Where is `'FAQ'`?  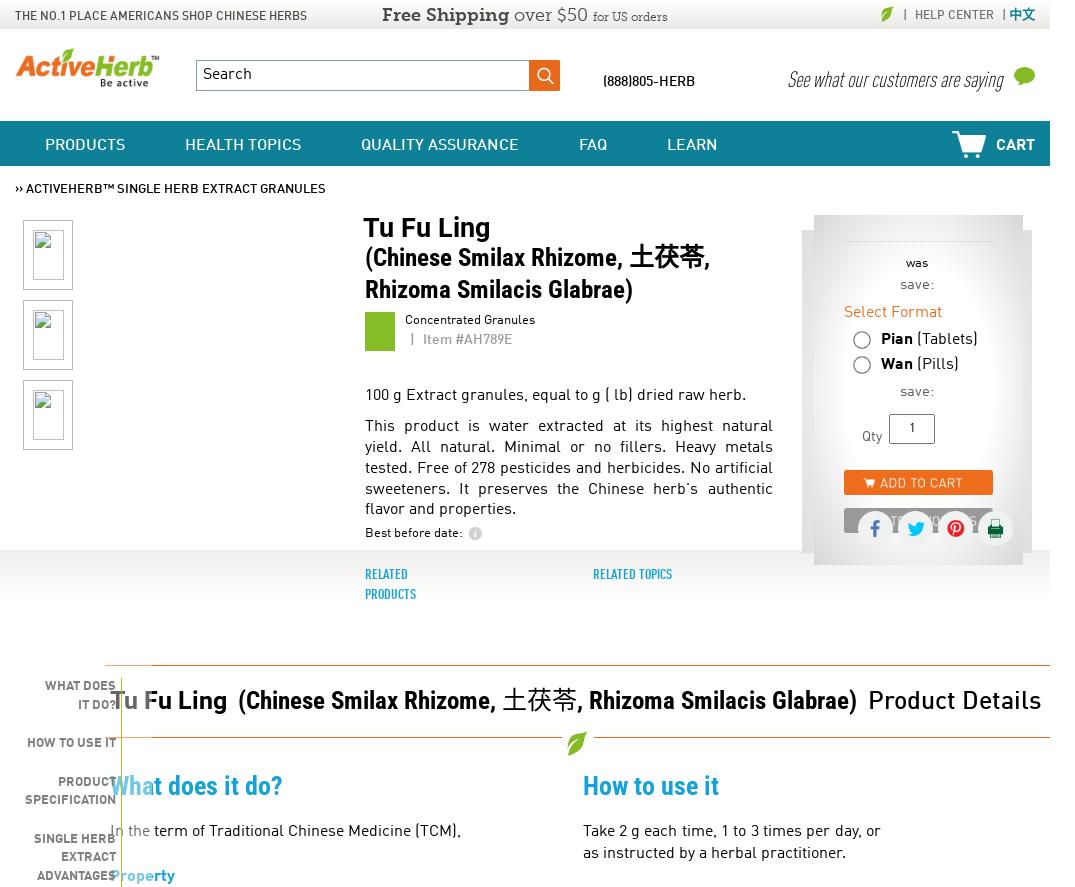
'FAQ' is located at coordinates (591, 146).